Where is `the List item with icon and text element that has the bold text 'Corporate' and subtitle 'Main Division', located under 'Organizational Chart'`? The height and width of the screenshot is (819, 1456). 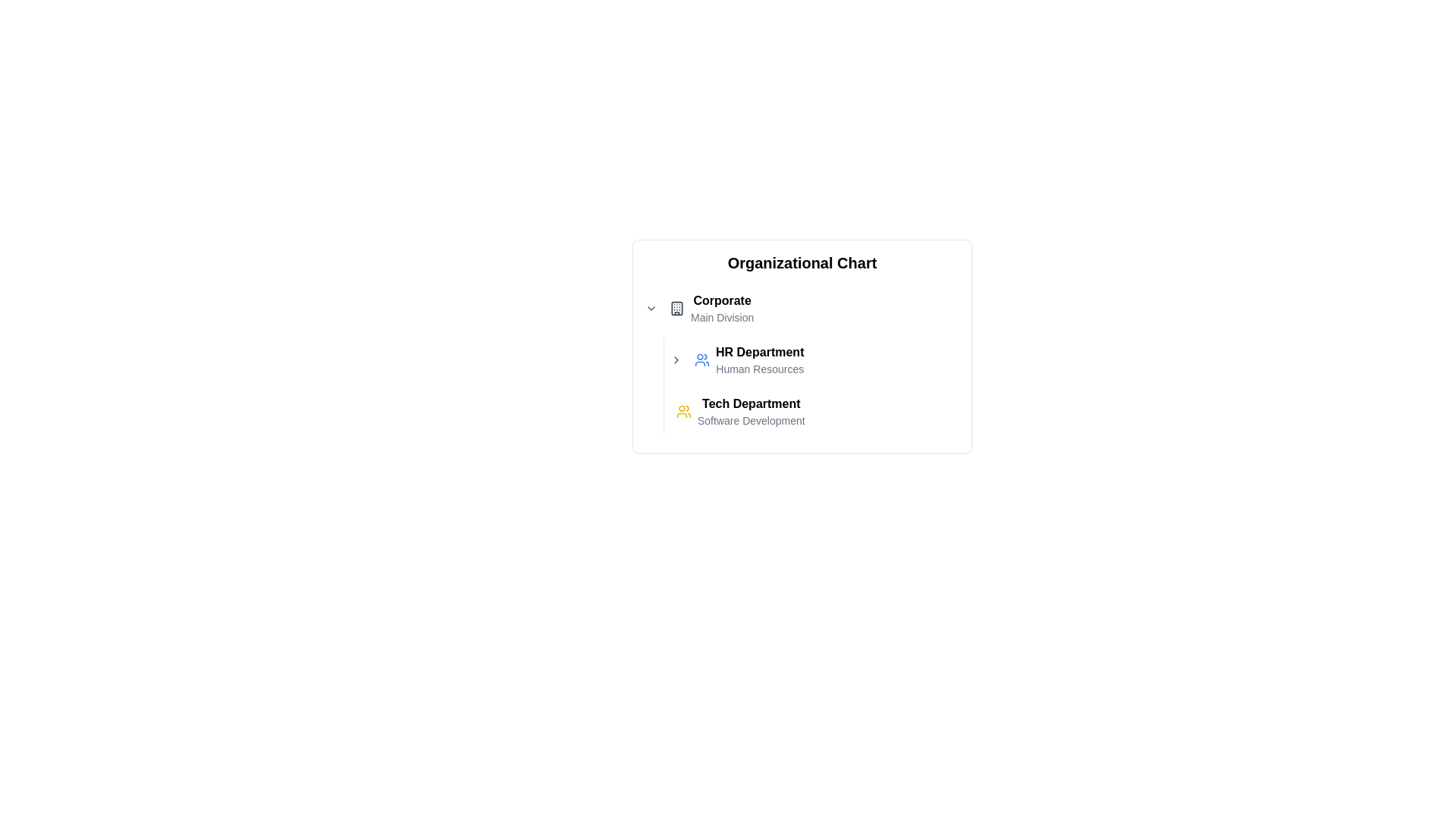
the List item with icon and text element that has the bold text 'Corporate' and subtitle 'Main Division', located under 'Organizational Chart' is located at coordinates (711, 308).